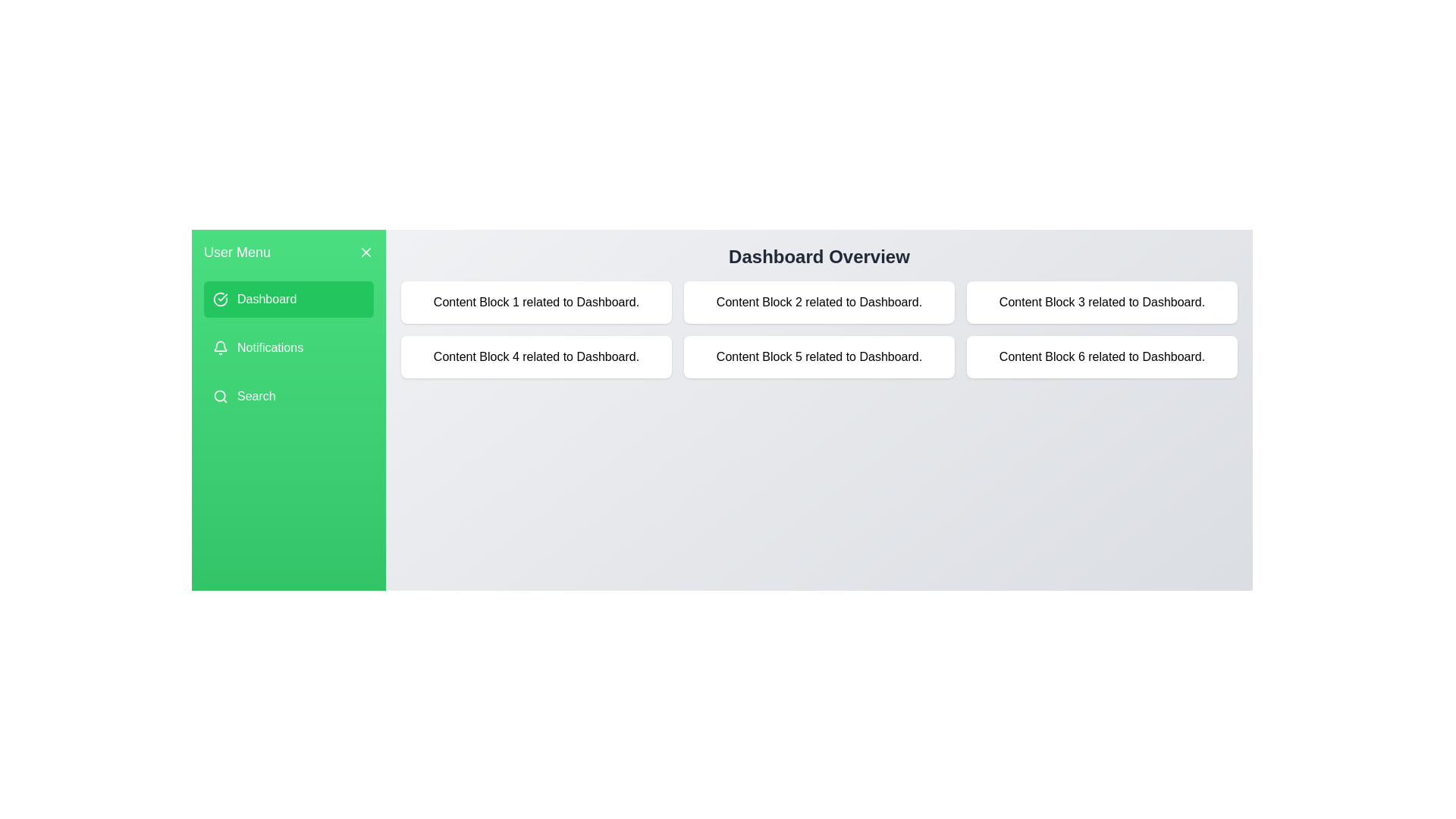 This screenshot has height=819, width=1456. Describe the element at coordinates (288, 299) in the screenshot. I see `the menu item Dashboard to view its related content` at that location.